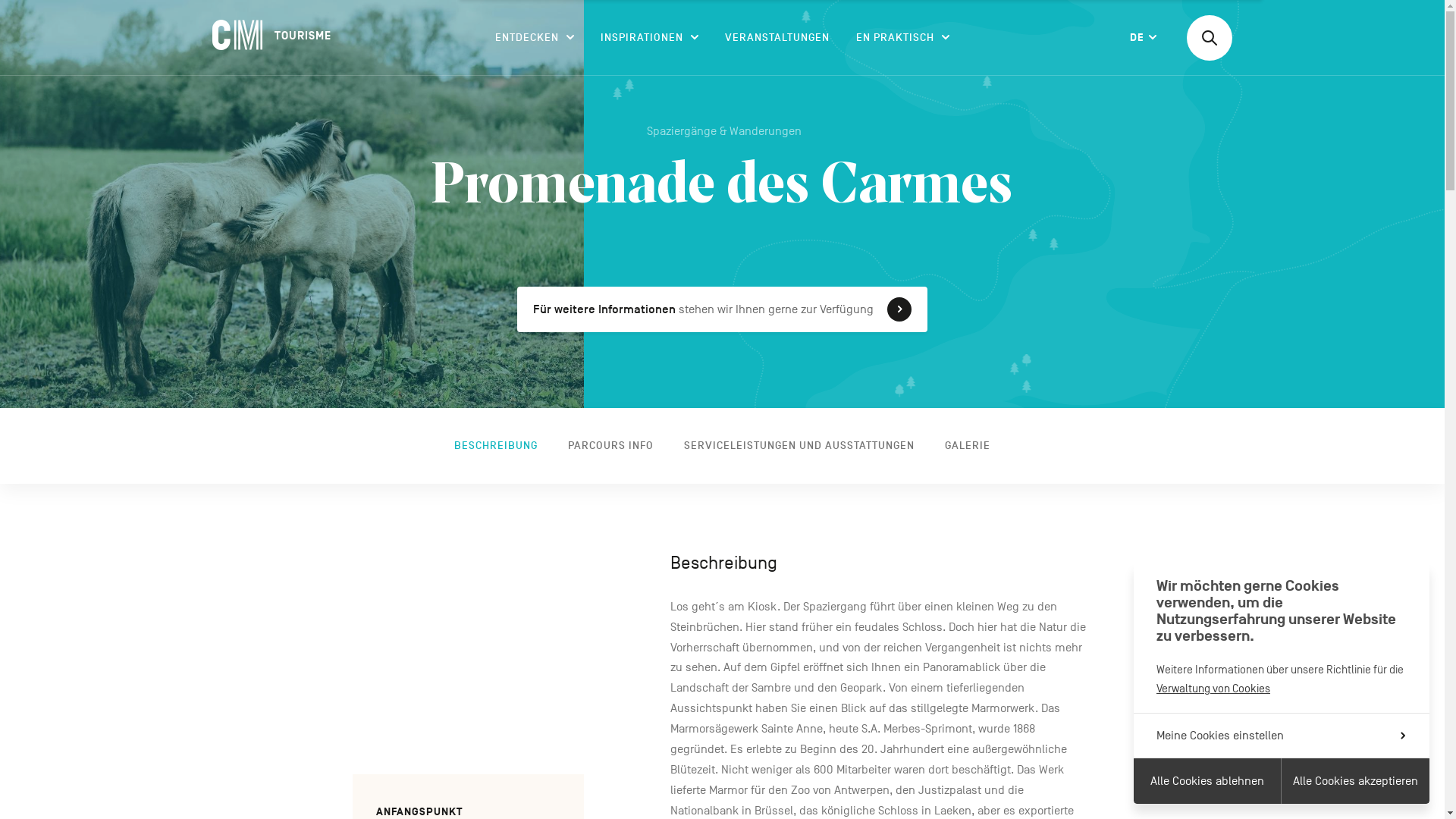 The width and height of the screenshot is (1456, 819). What do you see at coordinates (1355, 780) in the screenshot?
I see `'Alle Cookies akzeptieren'` at bounding box center [1355, 780].